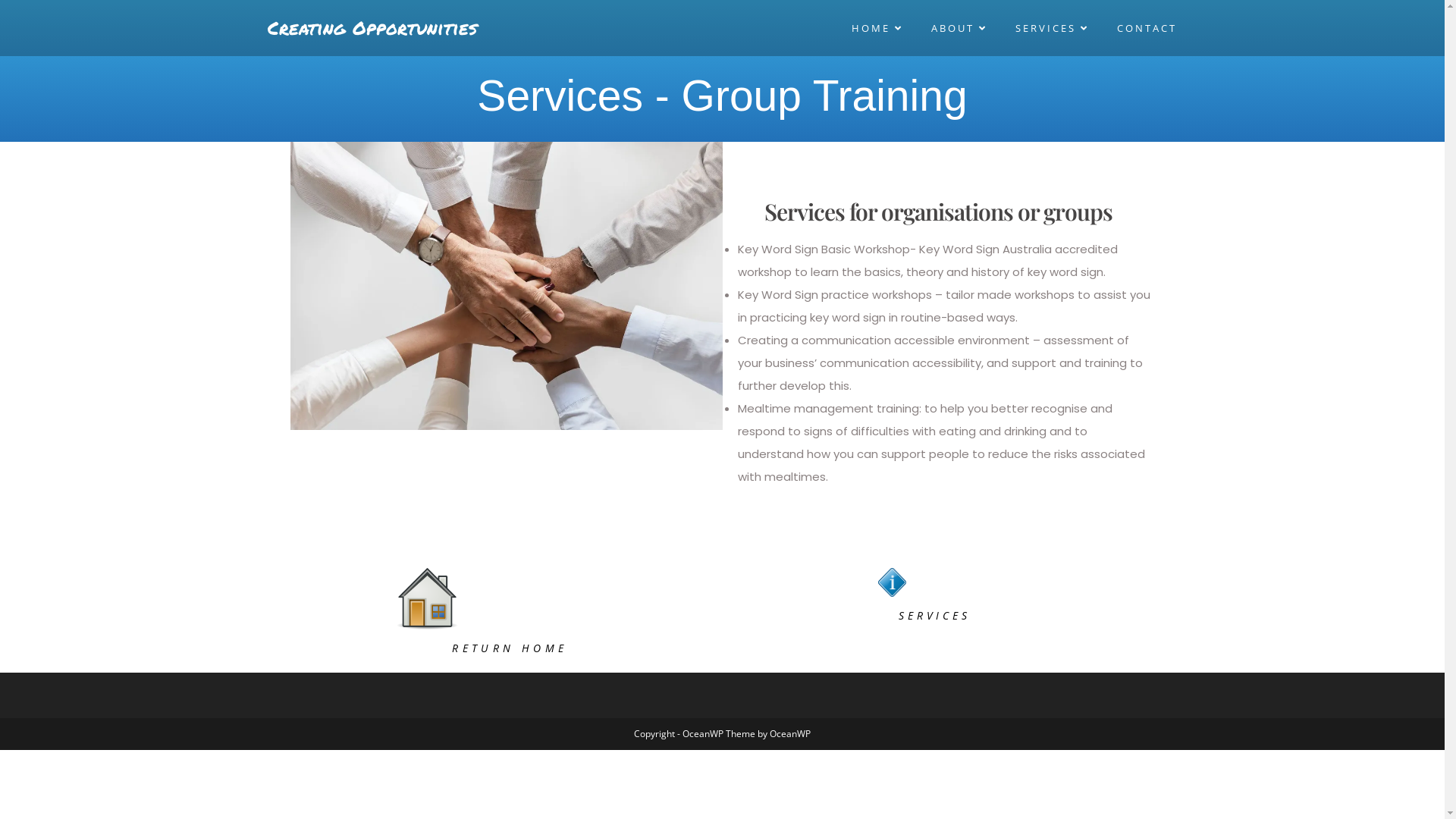 The height and width of the screenshot is (819, 1456). I want to click on 'HOME', so click(878, 28).